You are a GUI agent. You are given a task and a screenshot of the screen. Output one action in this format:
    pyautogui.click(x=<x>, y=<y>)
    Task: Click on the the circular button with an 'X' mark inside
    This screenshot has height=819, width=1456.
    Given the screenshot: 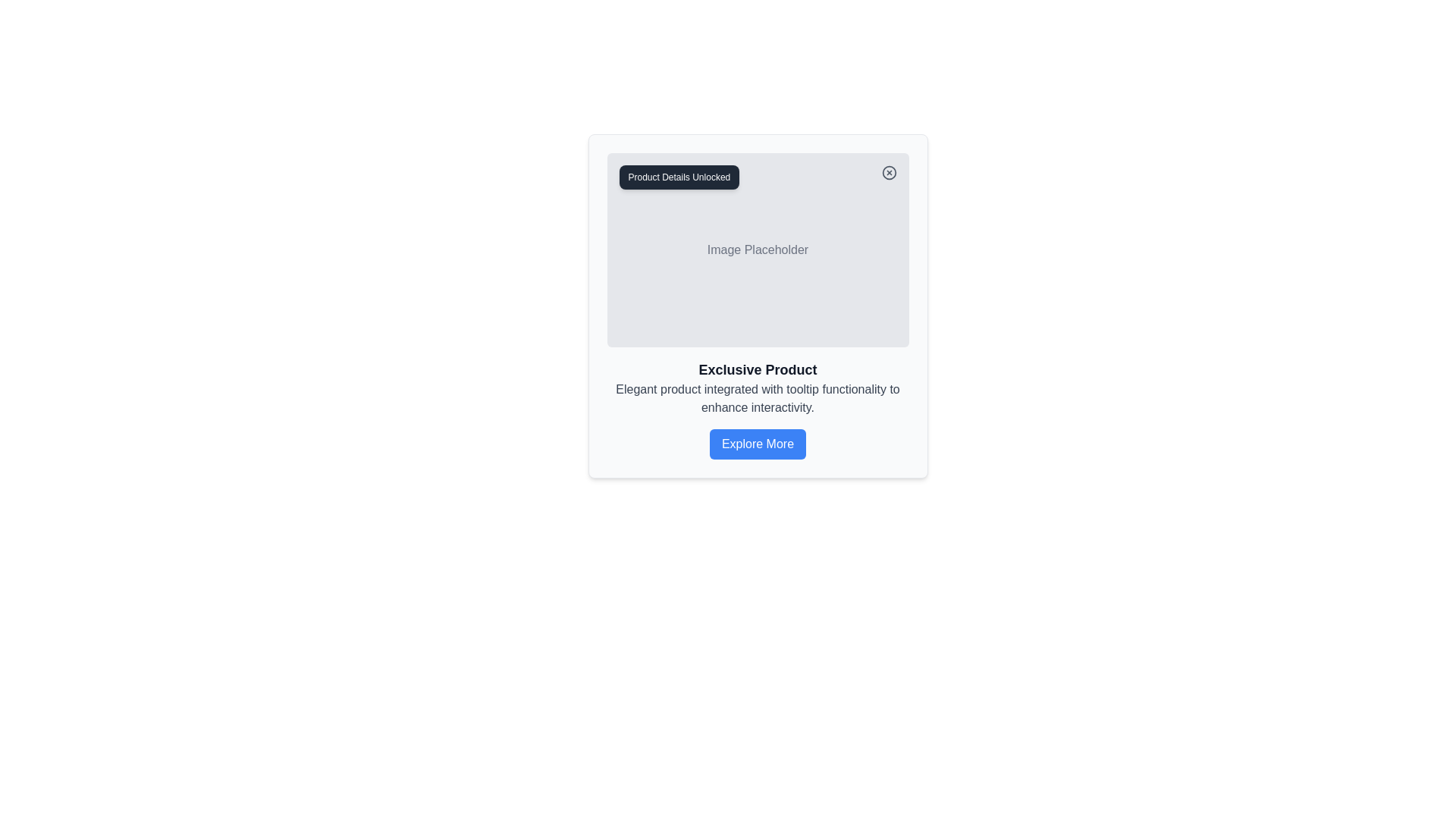 What is the action you would take?
    pyautogui.click(x=889, y=171)
    